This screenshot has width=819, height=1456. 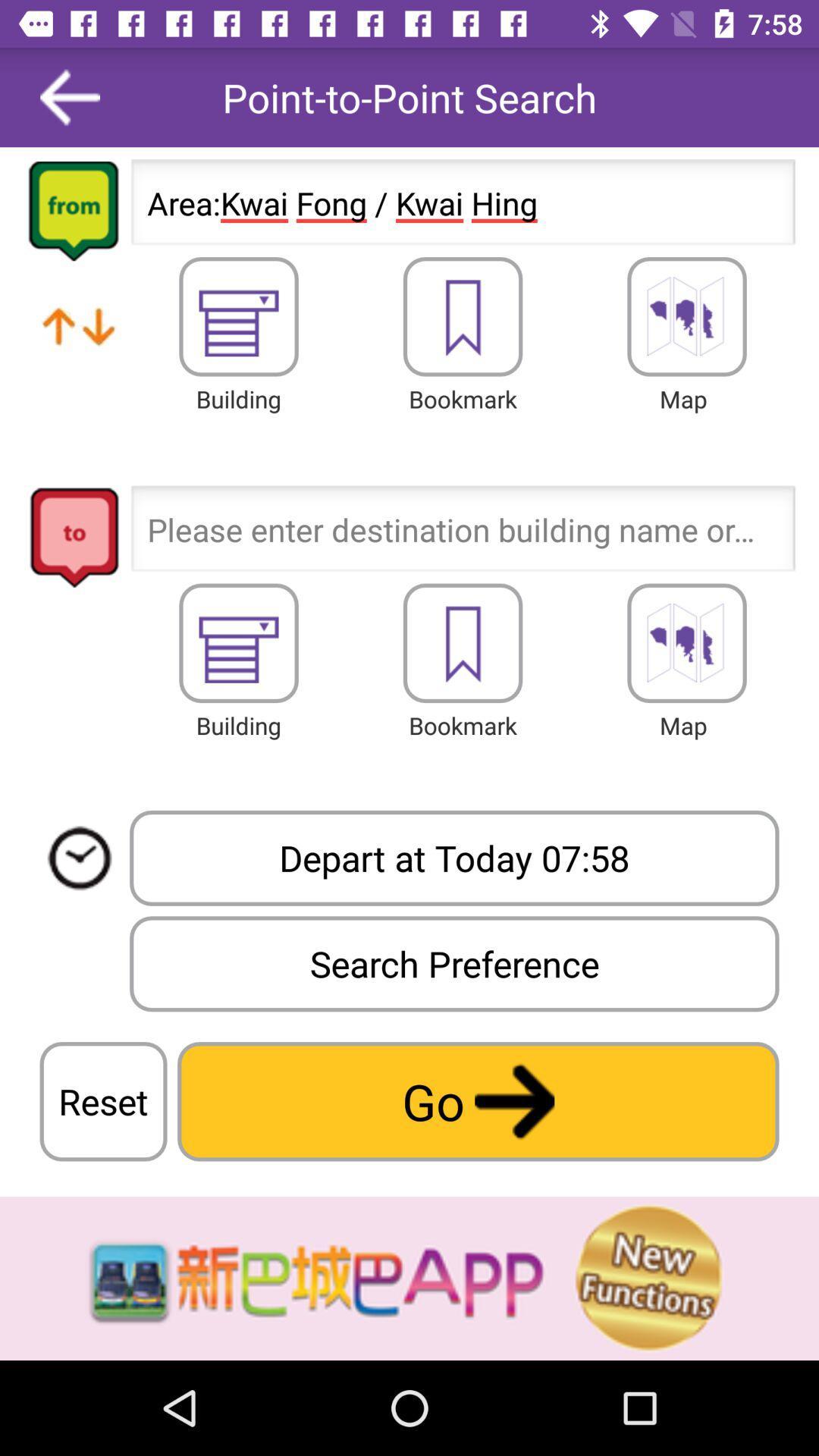 I want to click on the compare icon, so click(x=79, y=344).